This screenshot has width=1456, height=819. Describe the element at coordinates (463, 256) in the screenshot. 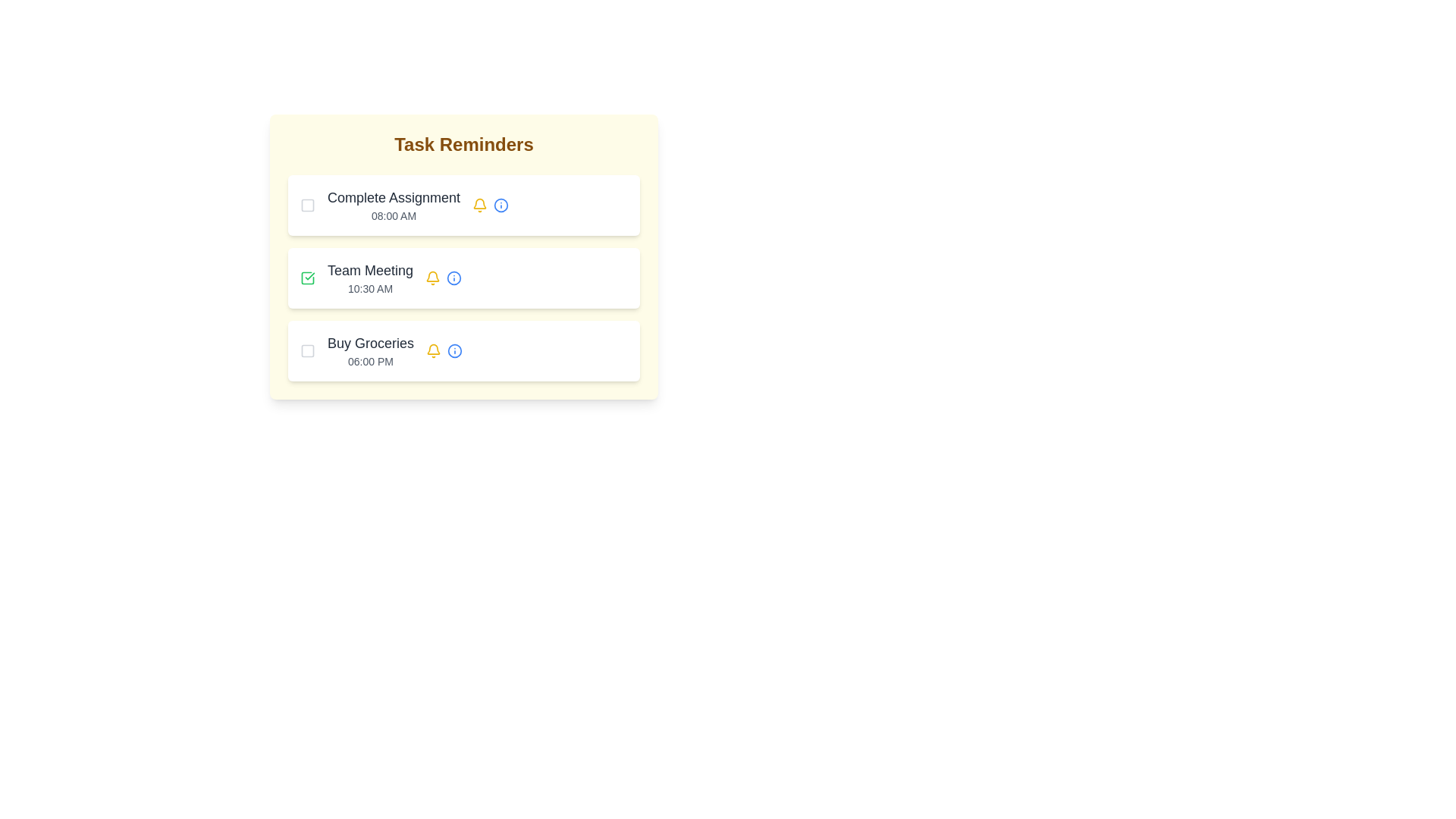

I see `the second task entry labeled 'Team Meeting'` at that location.